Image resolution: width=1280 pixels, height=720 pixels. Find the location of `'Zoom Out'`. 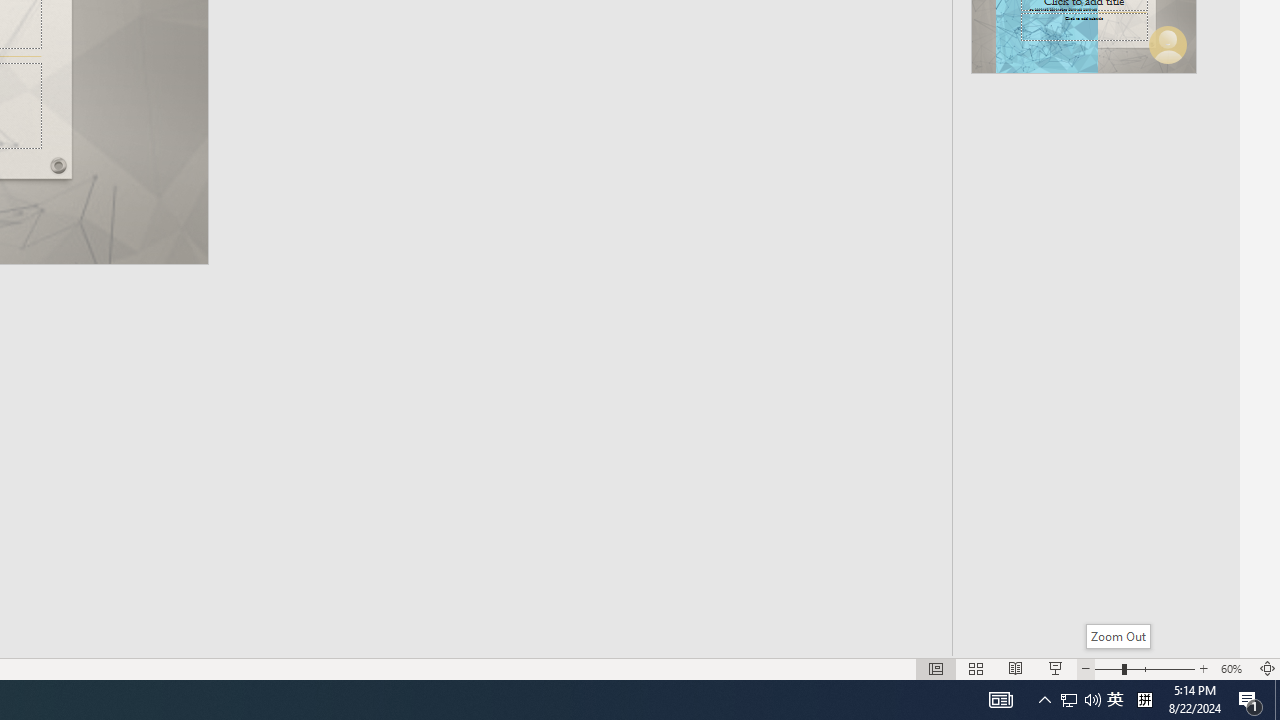

'Zoom Out' is located at coordinates (1117, 636).